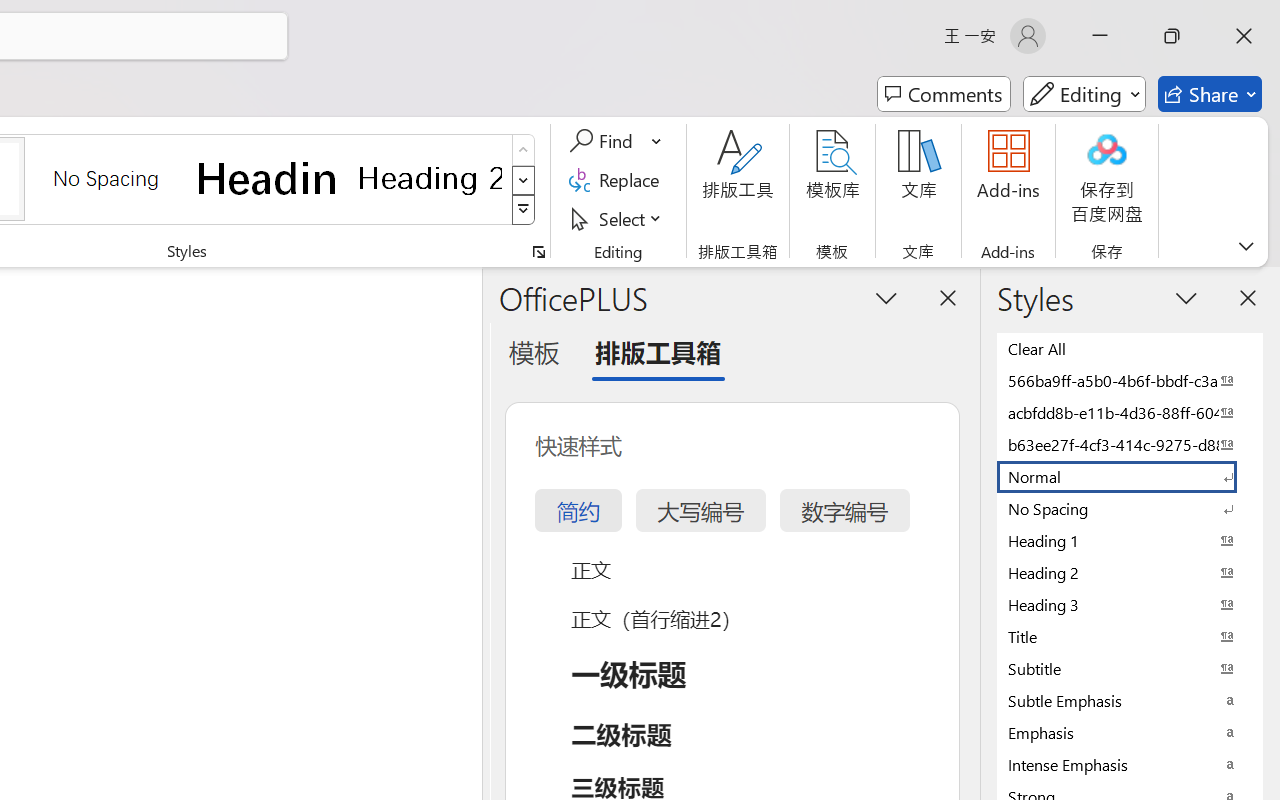 The height and width of the screenshot is (800, 1280). I want to click on 'Emphasis', so click(1130, 731).